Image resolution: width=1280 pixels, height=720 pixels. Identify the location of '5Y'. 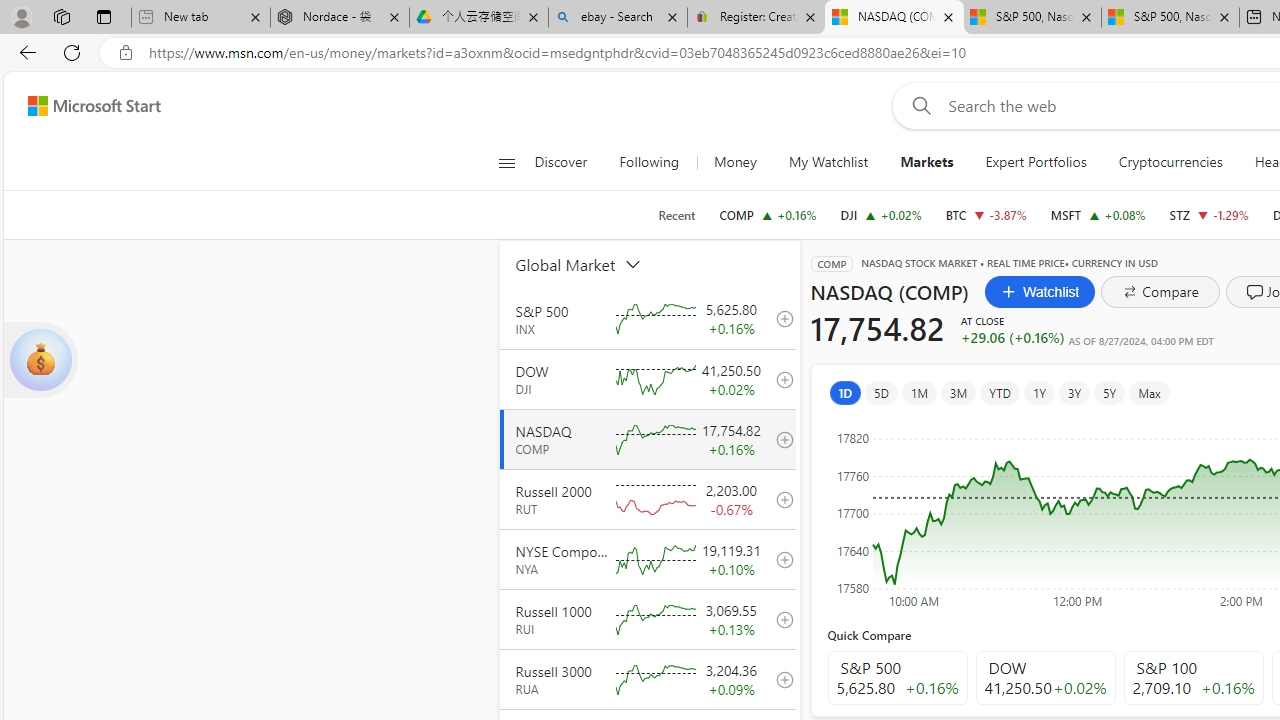
(1109, 392).